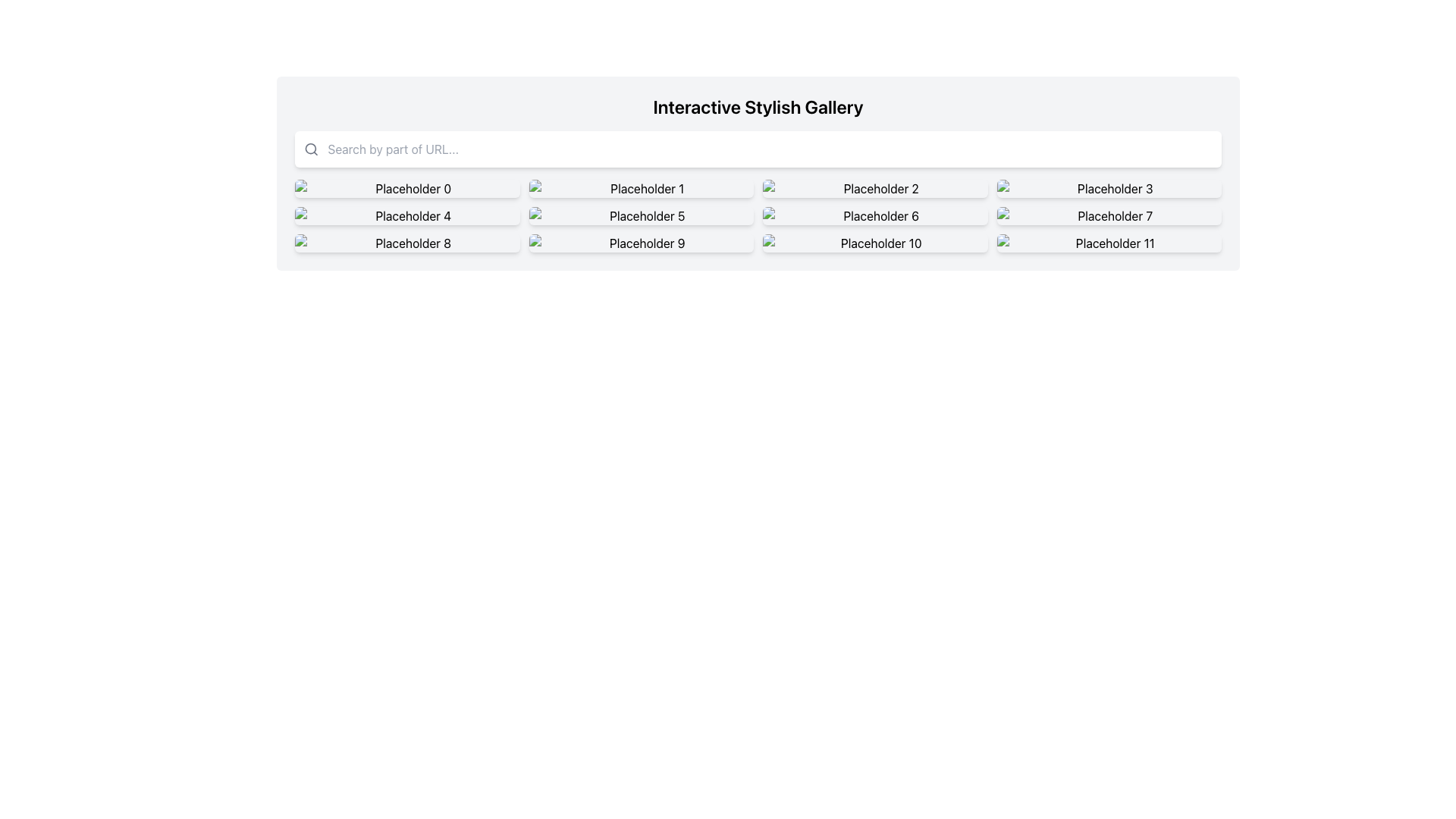 This screenshot has width=1456, height=819. Describe the element at coordinates (407, 188) in the screenshot. I see `the first Gallery Item block displaying the text 'Placeholder 0', which is located` at that location.